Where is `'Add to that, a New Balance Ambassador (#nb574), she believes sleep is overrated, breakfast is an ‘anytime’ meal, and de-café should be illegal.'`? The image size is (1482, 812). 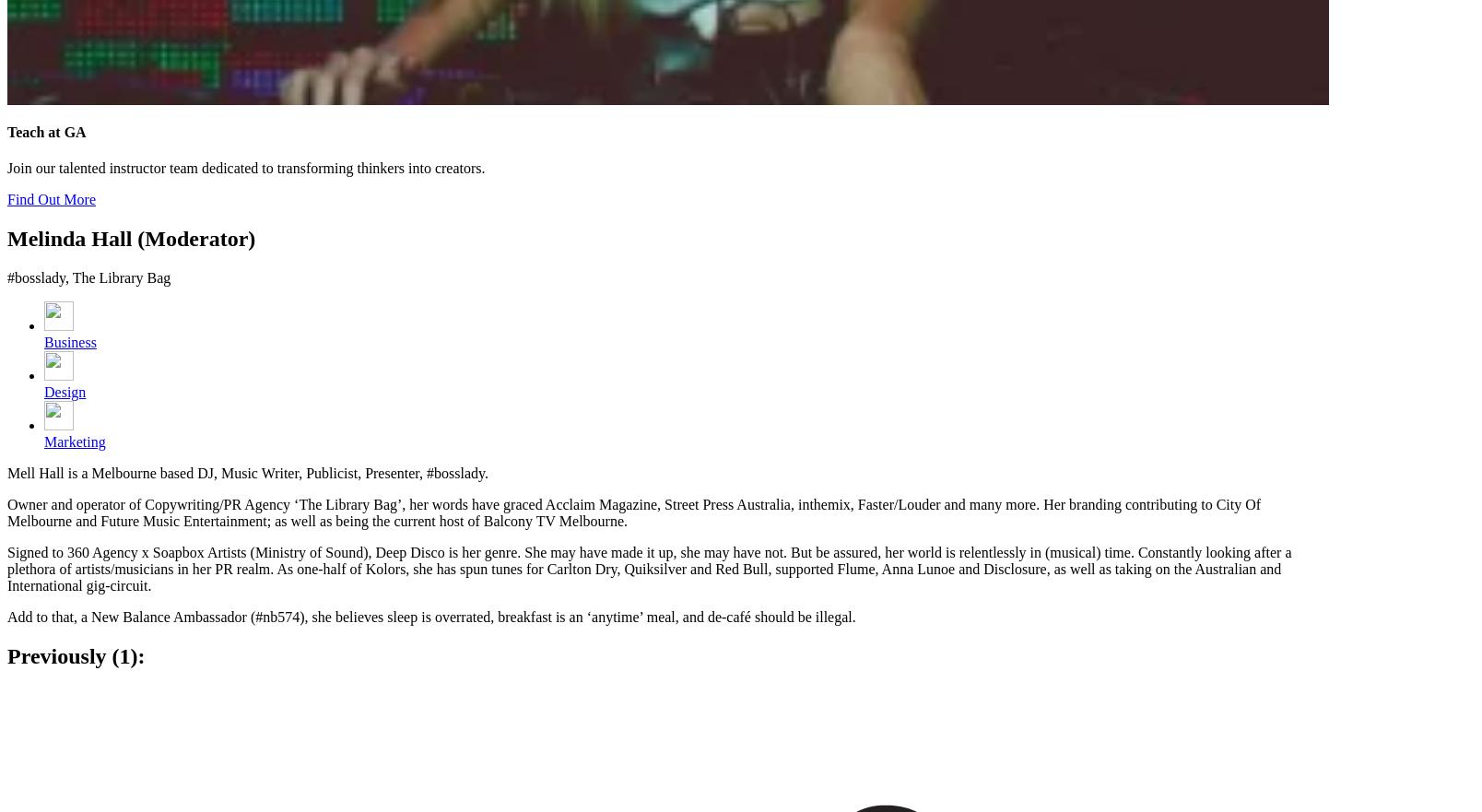 'Add to that, a New Balance Ambassador (#nb574), she believes sleep is overrated, breakfast is an ‘anytime’ meal, and de-café should be illegal.' is located at coordinates (6, 617).